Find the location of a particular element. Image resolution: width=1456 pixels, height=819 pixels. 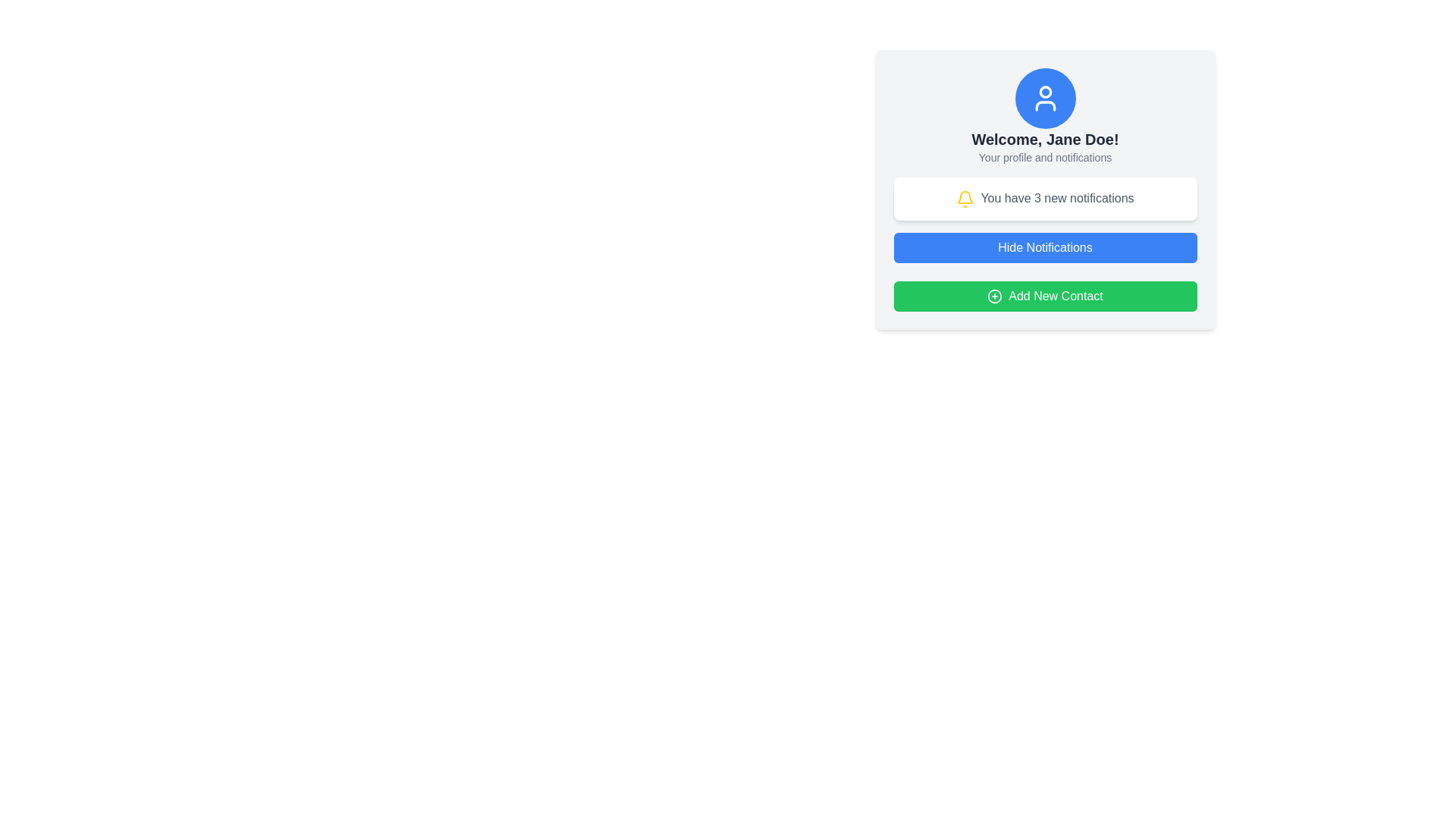

the circular avatar icon representing a user, located at the top of the card component is located at coordinates (1044, 92).